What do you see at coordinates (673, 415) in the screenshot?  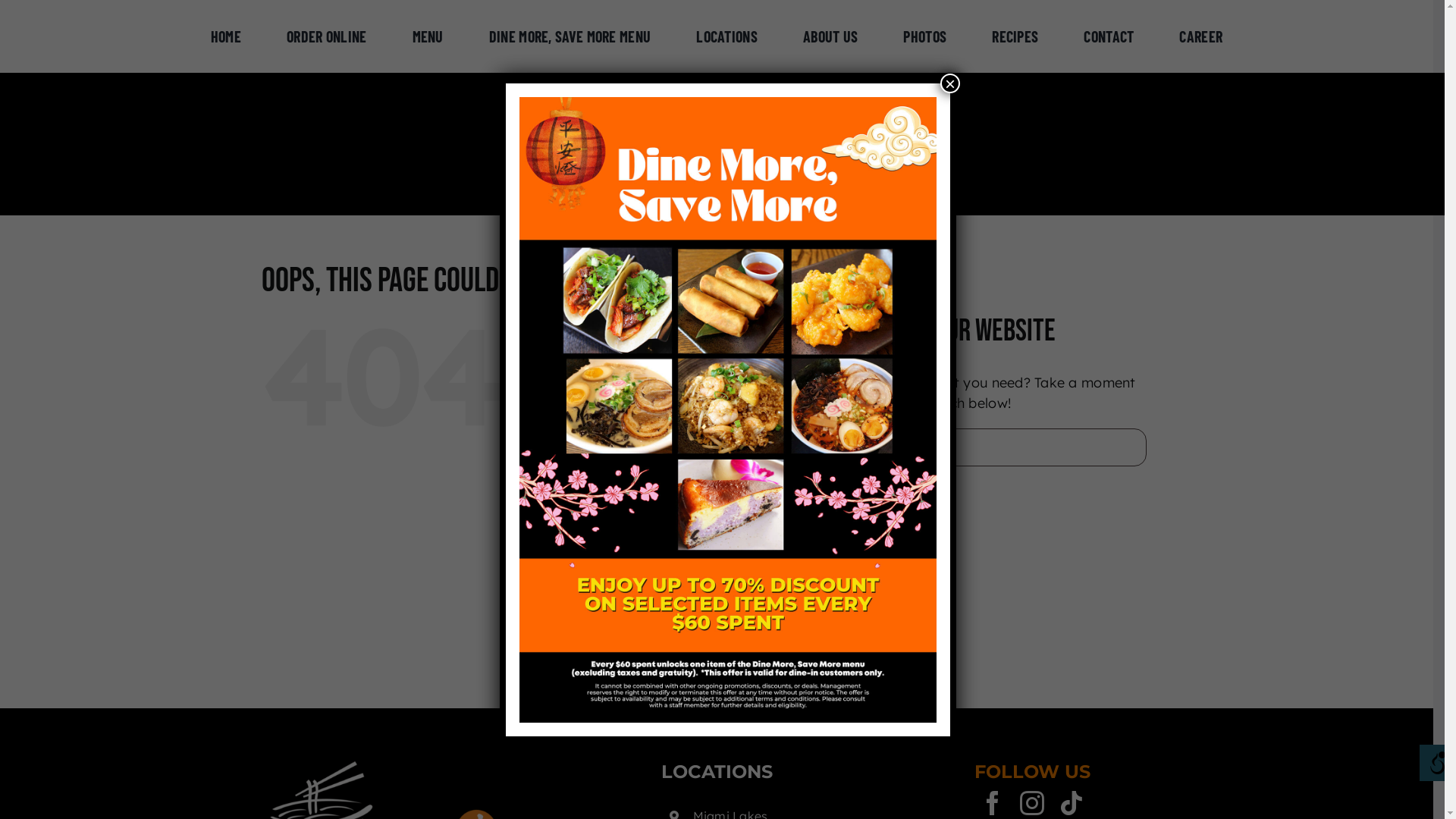 I see `'Order Online'` at bounding box center [673, 415].